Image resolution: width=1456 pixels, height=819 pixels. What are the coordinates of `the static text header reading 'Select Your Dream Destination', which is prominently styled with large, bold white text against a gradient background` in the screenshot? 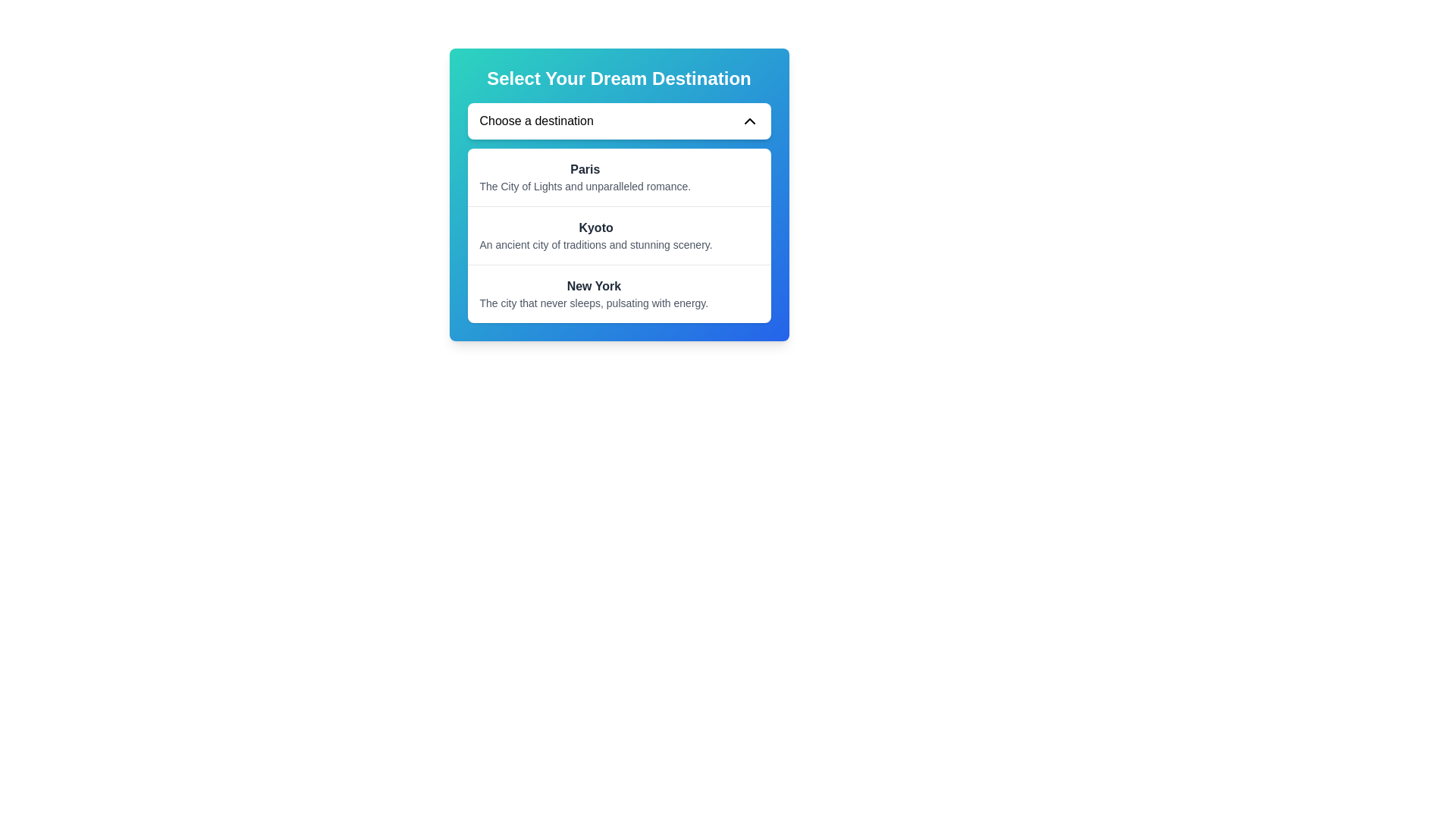 It's located at (619, 79).